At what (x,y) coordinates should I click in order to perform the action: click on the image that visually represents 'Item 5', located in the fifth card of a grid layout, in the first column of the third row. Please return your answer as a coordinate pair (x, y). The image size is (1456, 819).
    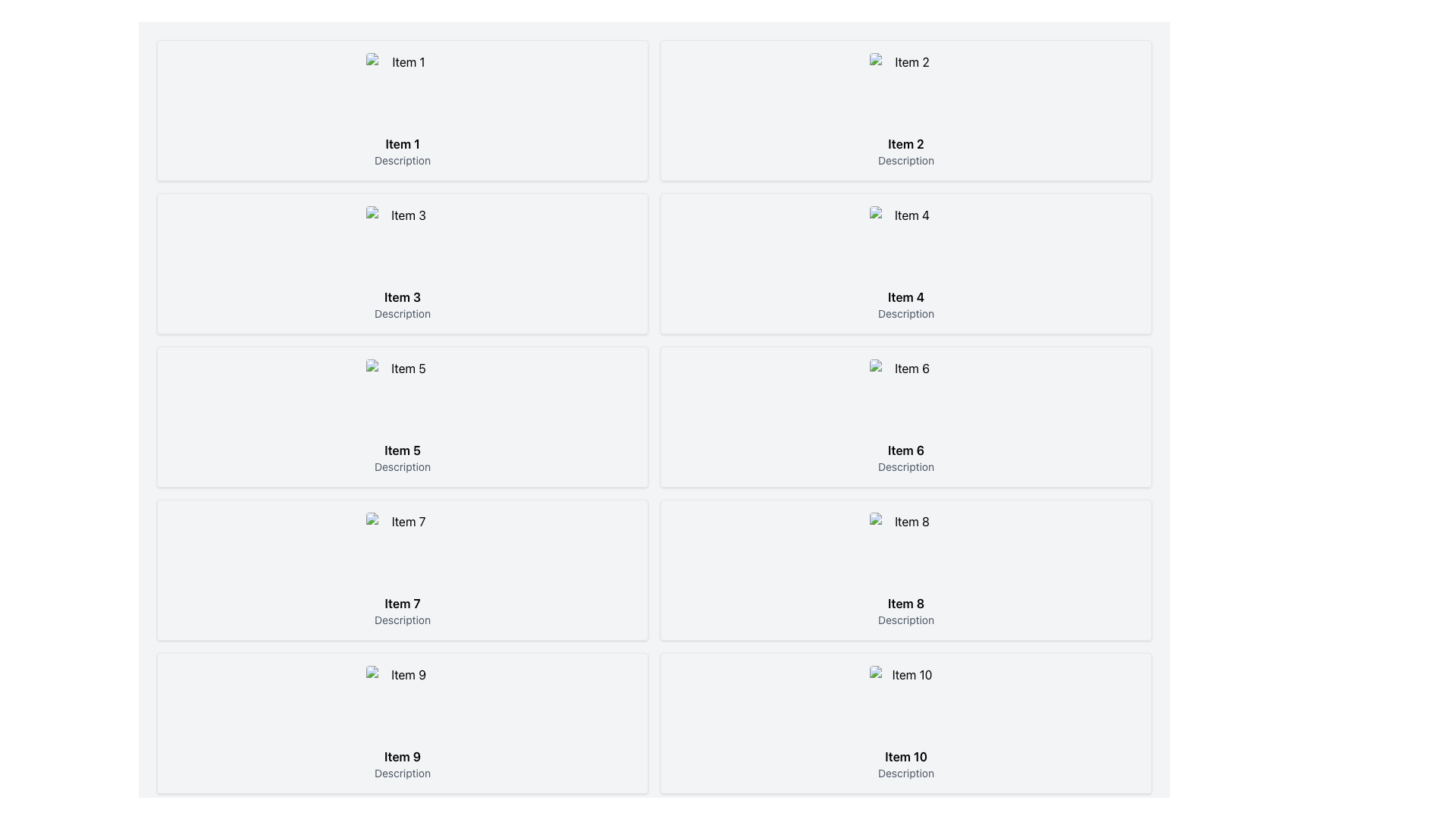
    Looking at the image, I should click on (403, 394).